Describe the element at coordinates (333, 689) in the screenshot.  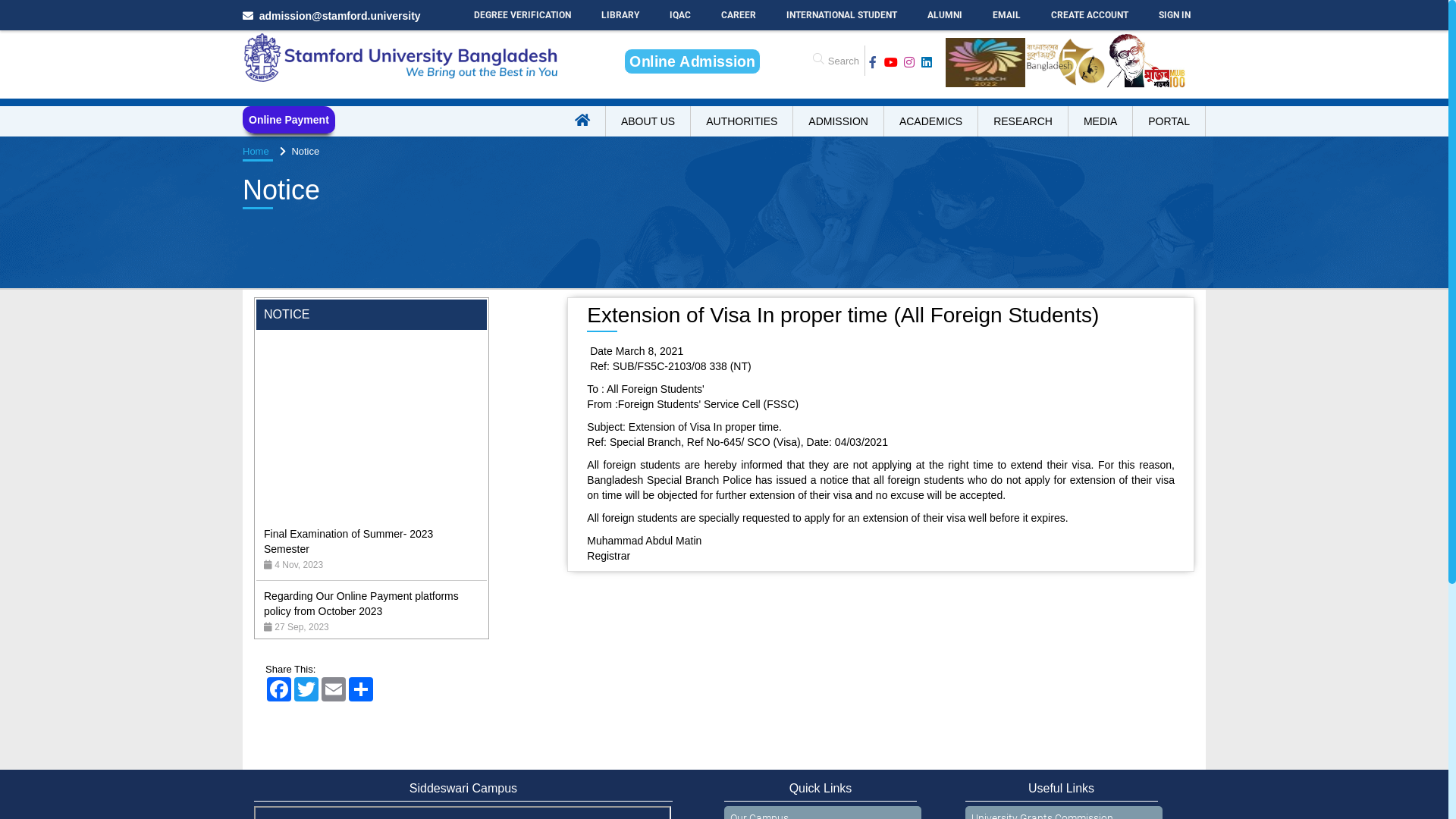
I see `'Email'` at that location.